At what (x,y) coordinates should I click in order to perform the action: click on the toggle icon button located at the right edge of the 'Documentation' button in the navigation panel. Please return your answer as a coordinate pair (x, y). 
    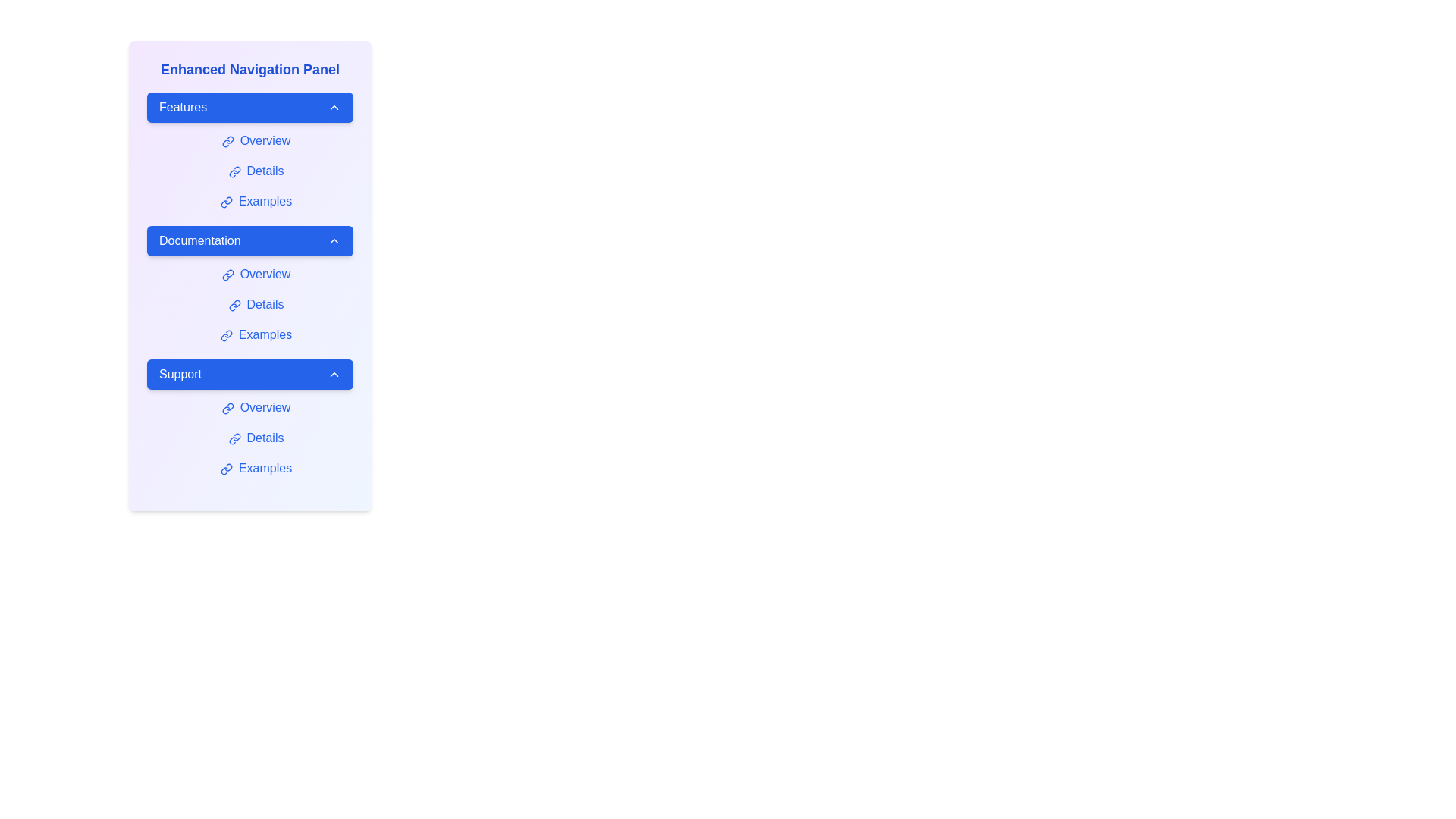
    Looking at the image, I should click on (334, 240).